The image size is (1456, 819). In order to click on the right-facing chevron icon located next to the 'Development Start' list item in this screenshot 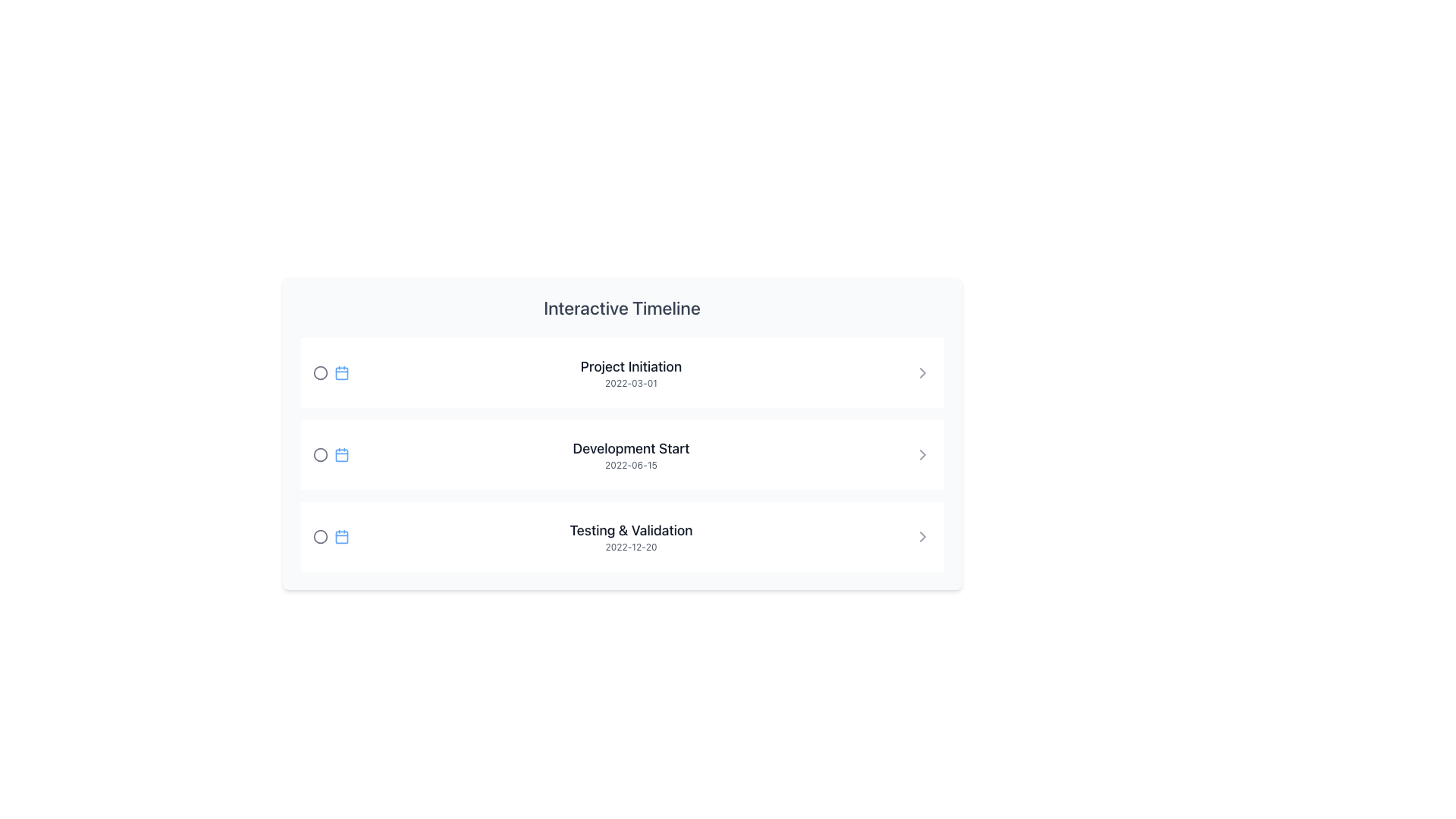, I will do `click(921, 454)`.